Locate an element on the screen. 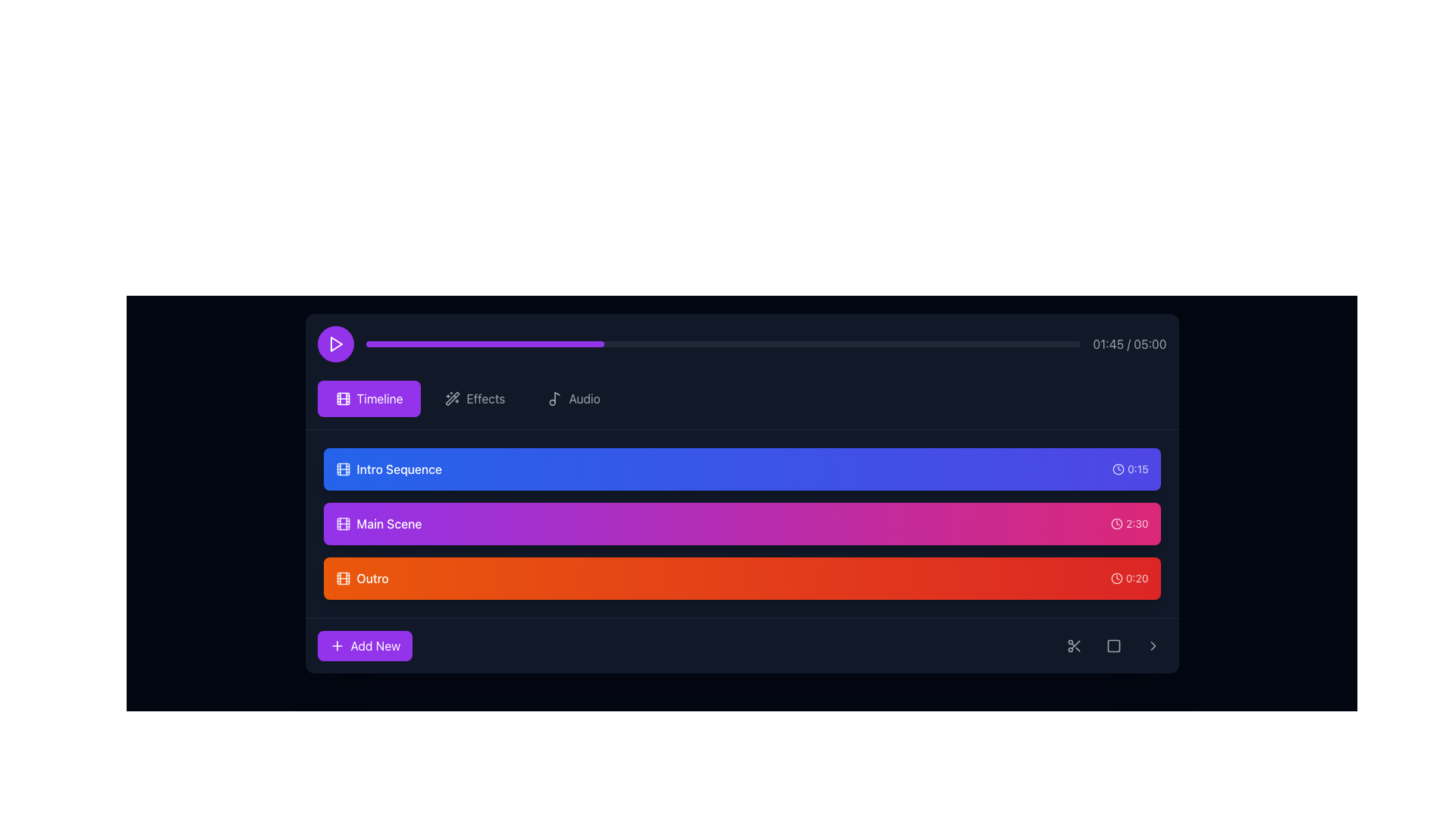 Image resolution: width=1456 pixels, height=819 pixels. the 'play' icon located in the top-left corner of the panel to enable keyboard navigation is located at coordinates (335, 344).